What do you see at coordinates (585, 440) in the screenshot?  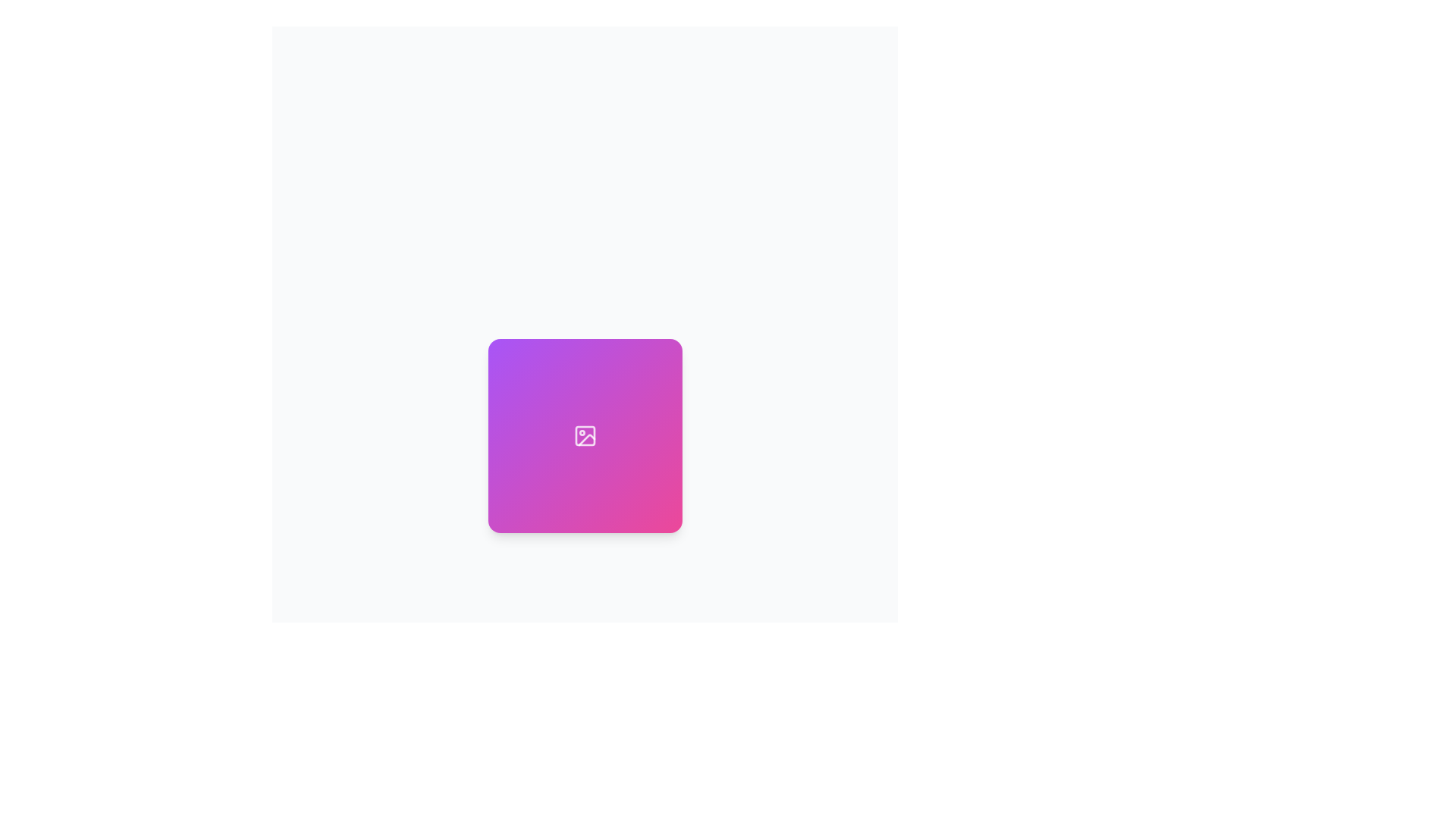 I see `the diagonal line segment graphic within the SVG icon, located in the lower-left section of the icon, which is part of a design on a gradient background transitioning from purple to pink` at bounding box center [585, 440].